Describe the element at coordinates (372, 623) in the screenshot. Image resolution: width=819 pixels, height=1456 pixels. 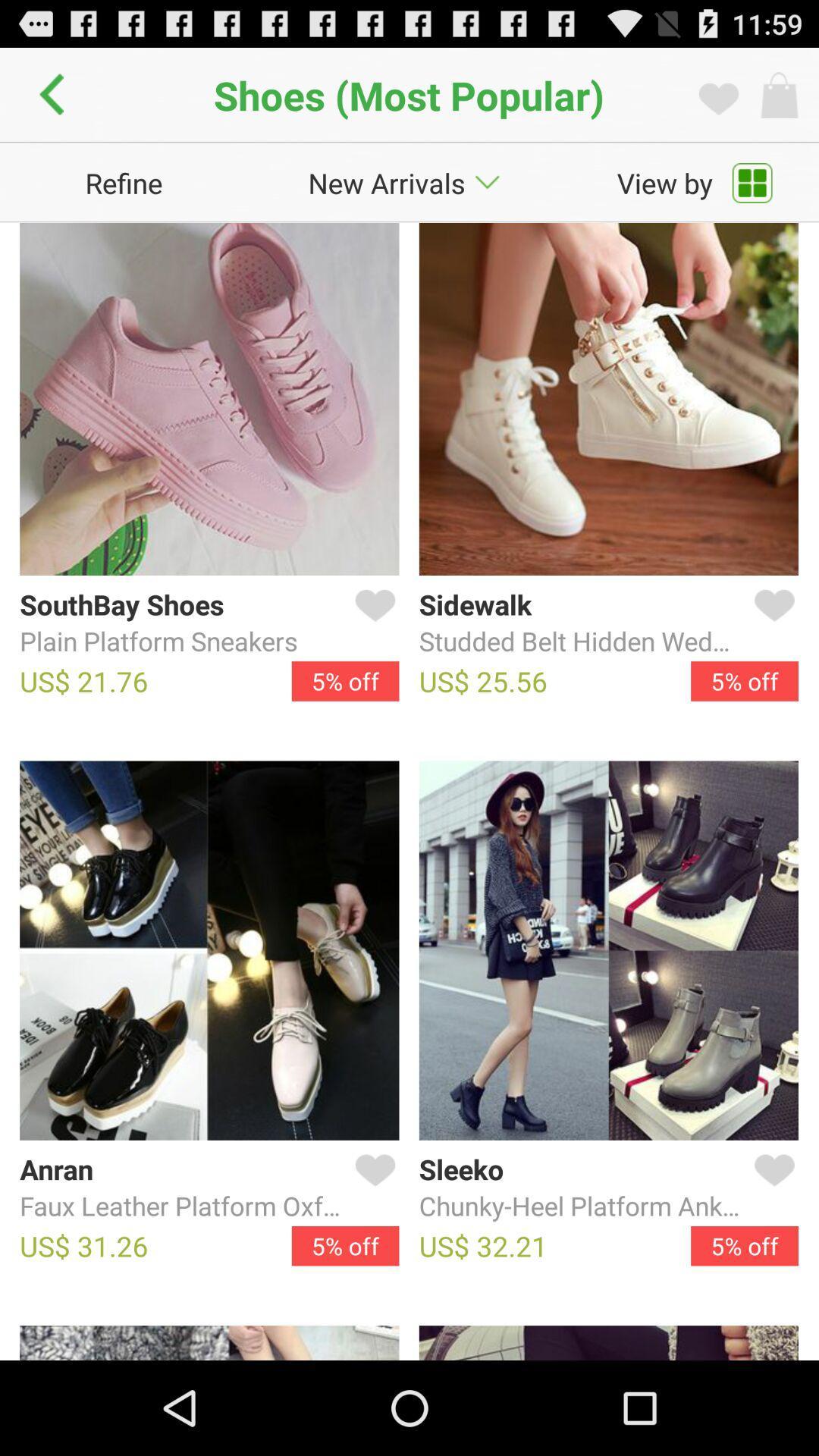
I see `to favorites` at that location.